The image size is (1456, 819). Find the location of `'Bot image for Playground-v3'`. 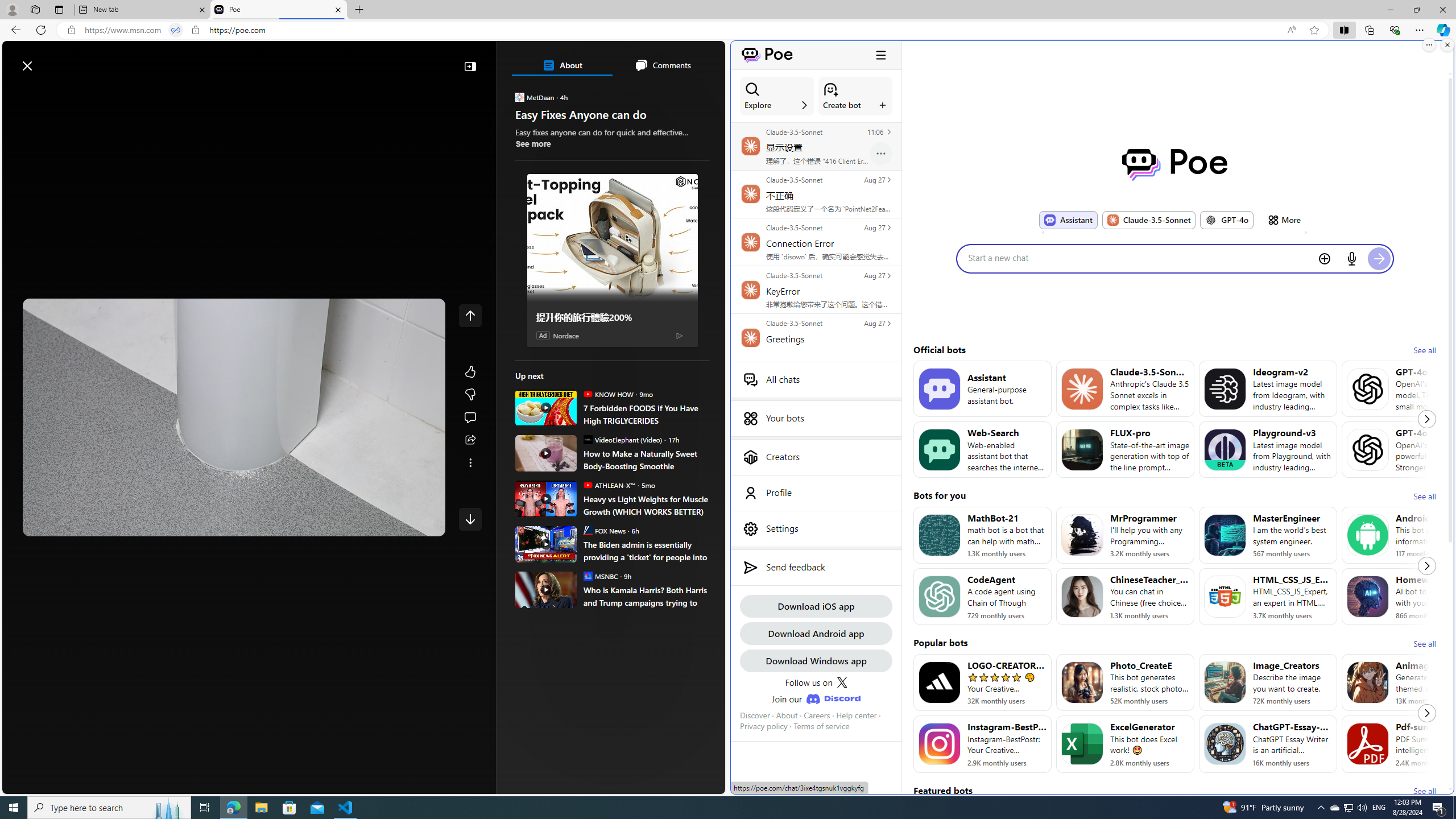

'Bot image for Playground-v3' is located at coordinates (1224, 449).